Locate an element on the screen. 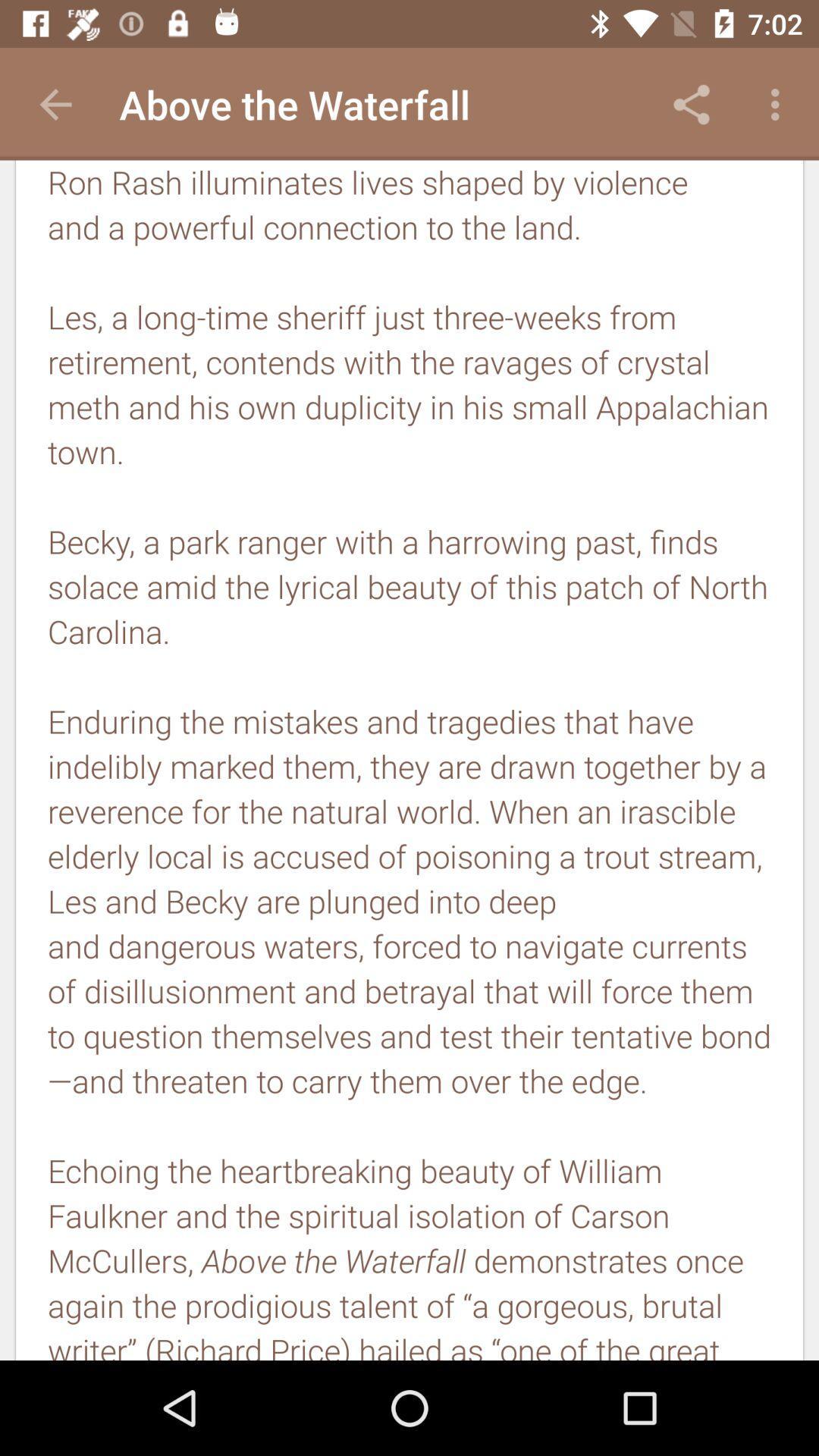 The height and width of the screenshot is (1456, 819). the app next to the above the waterfall icon is located at coordinates (55, 104).